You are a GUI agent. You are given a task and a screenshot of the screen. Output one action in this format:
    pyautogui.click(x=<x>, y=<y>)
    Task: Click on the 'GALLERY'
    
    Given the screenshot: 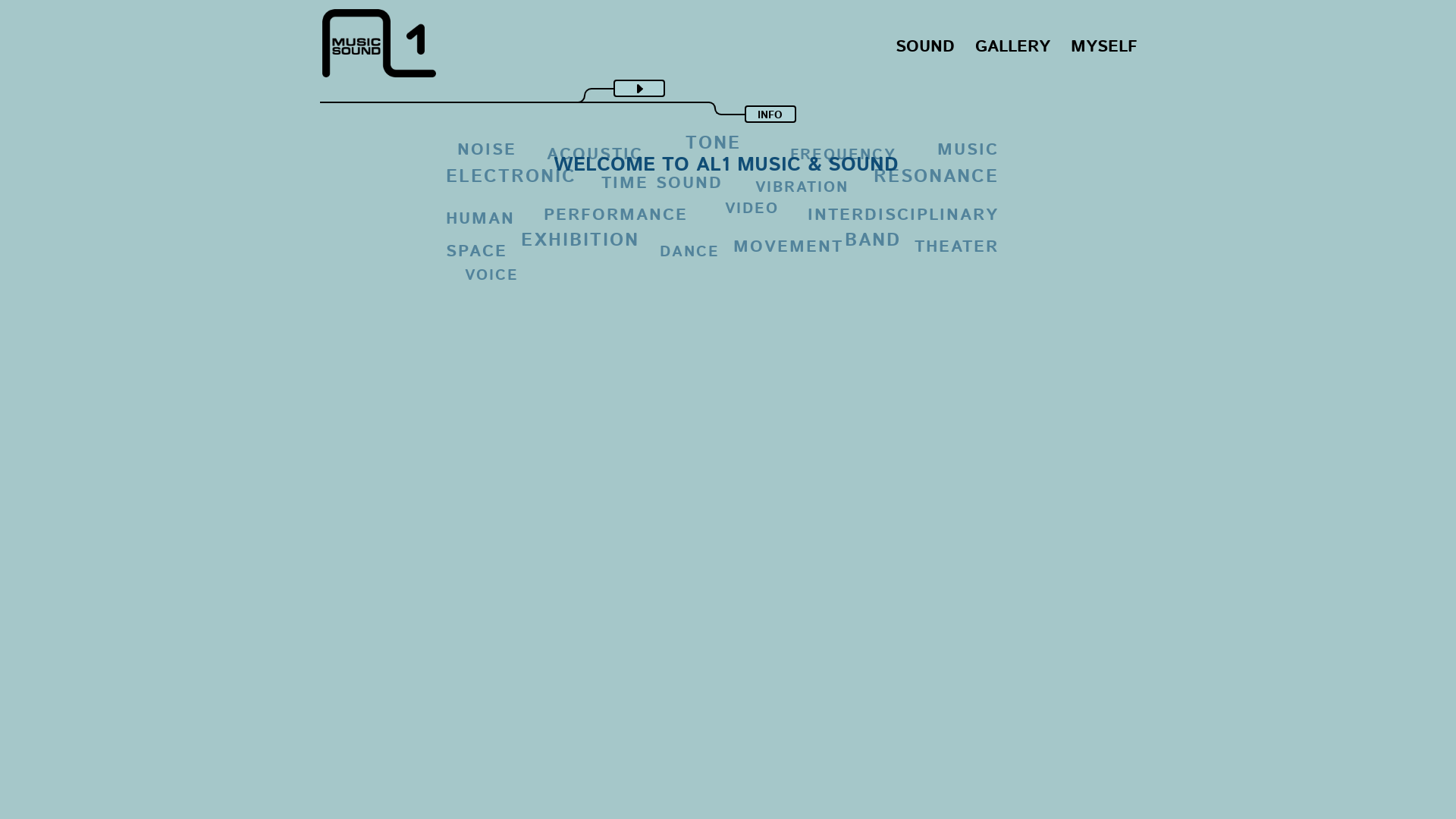 What is the action you would take?
    pyautogui.click(x=1012, y=45)
    